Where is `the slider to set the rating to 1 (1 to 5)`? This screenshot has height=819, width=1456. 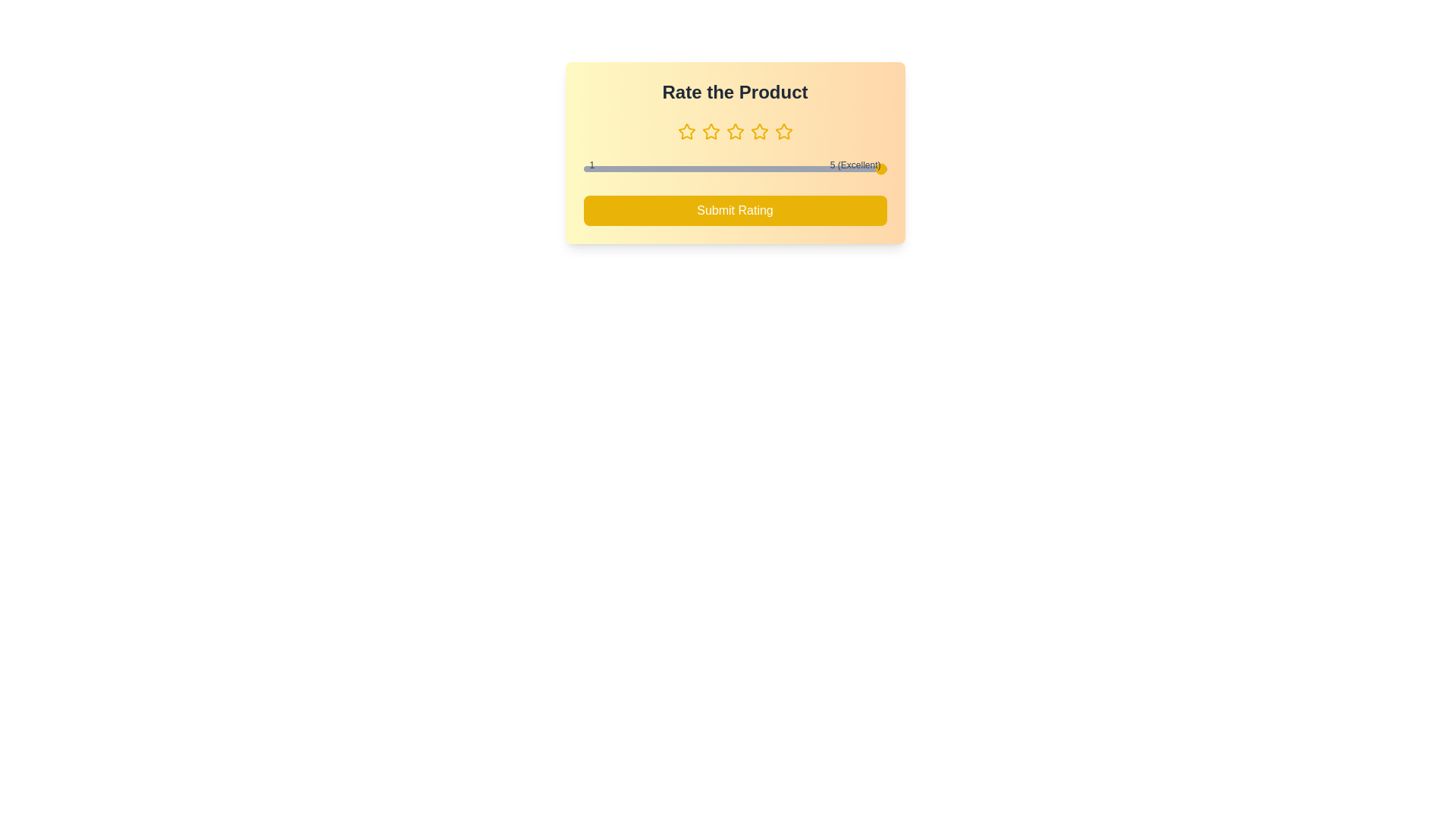 the slider to set the rating to 1 (1 to 5) is located at coordinates (582, 169).